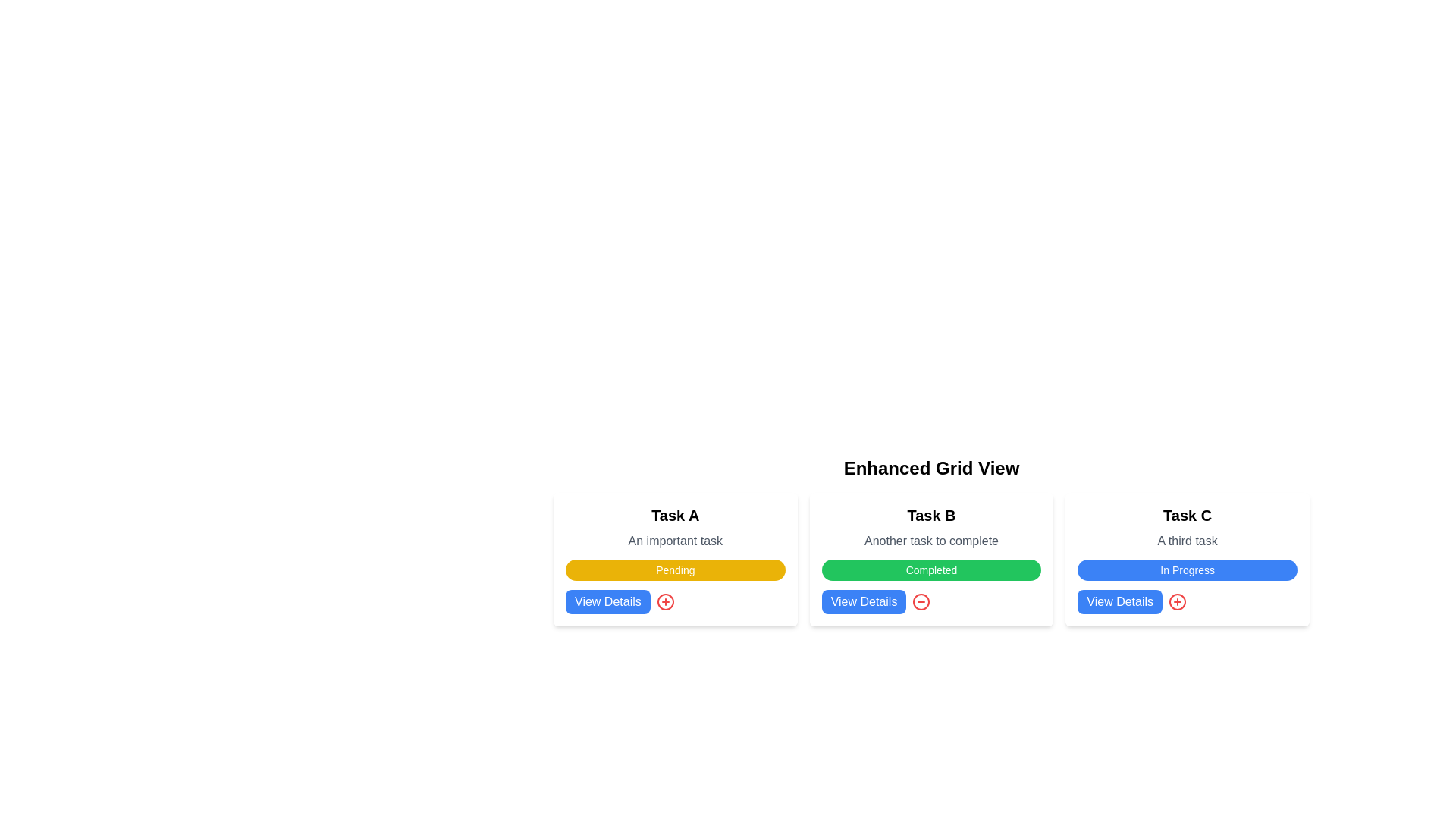 The height and width of the screenshot is (819, 1456). What do you see at coordinates (665, 601) in the screenshot?
I see `the red '+' action icon located to the right of the 'View Details' button in the 'Task A' section` at bounding box center [665, 601].